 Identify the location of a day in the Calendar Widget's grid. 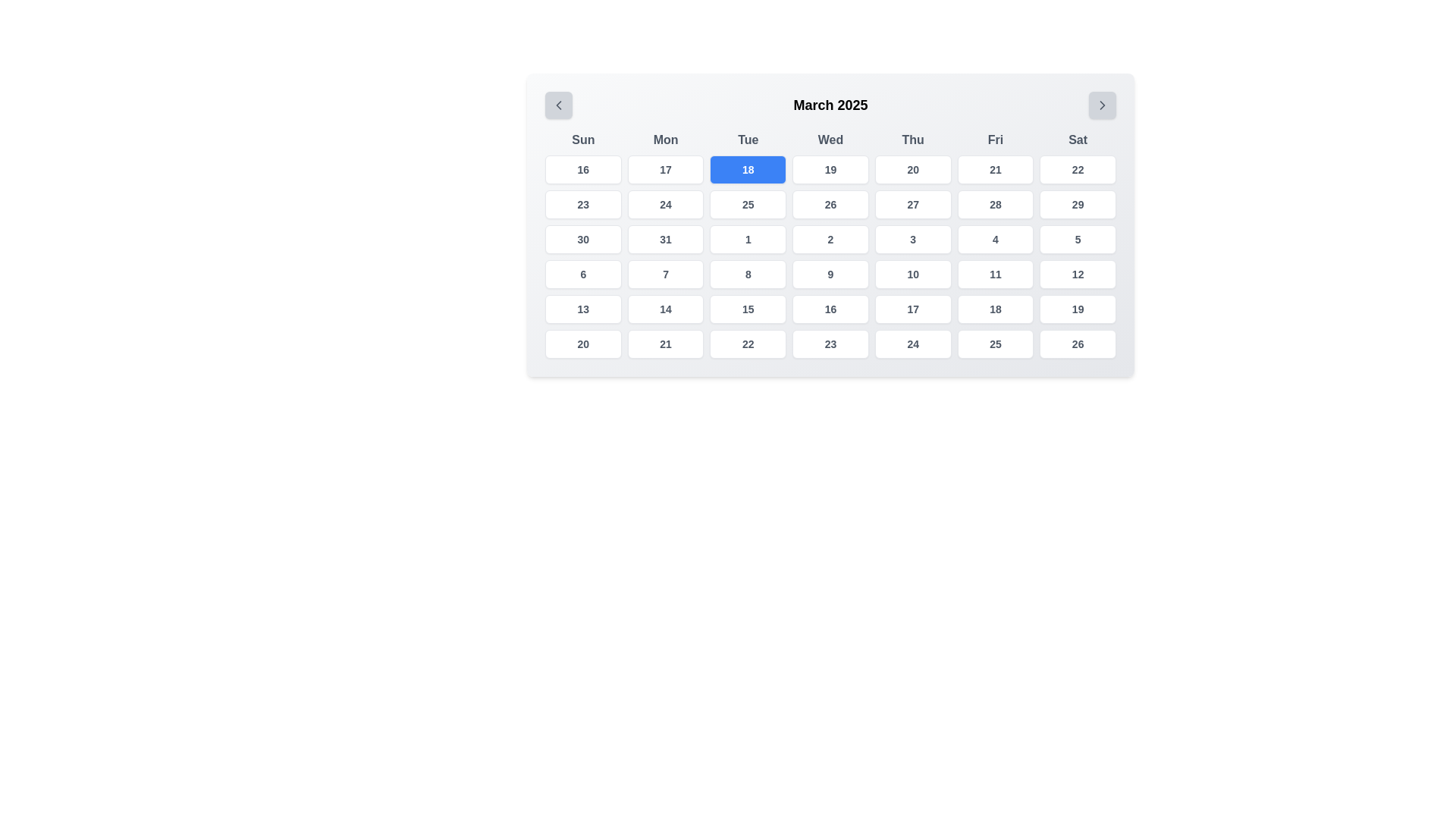
(830, 225).